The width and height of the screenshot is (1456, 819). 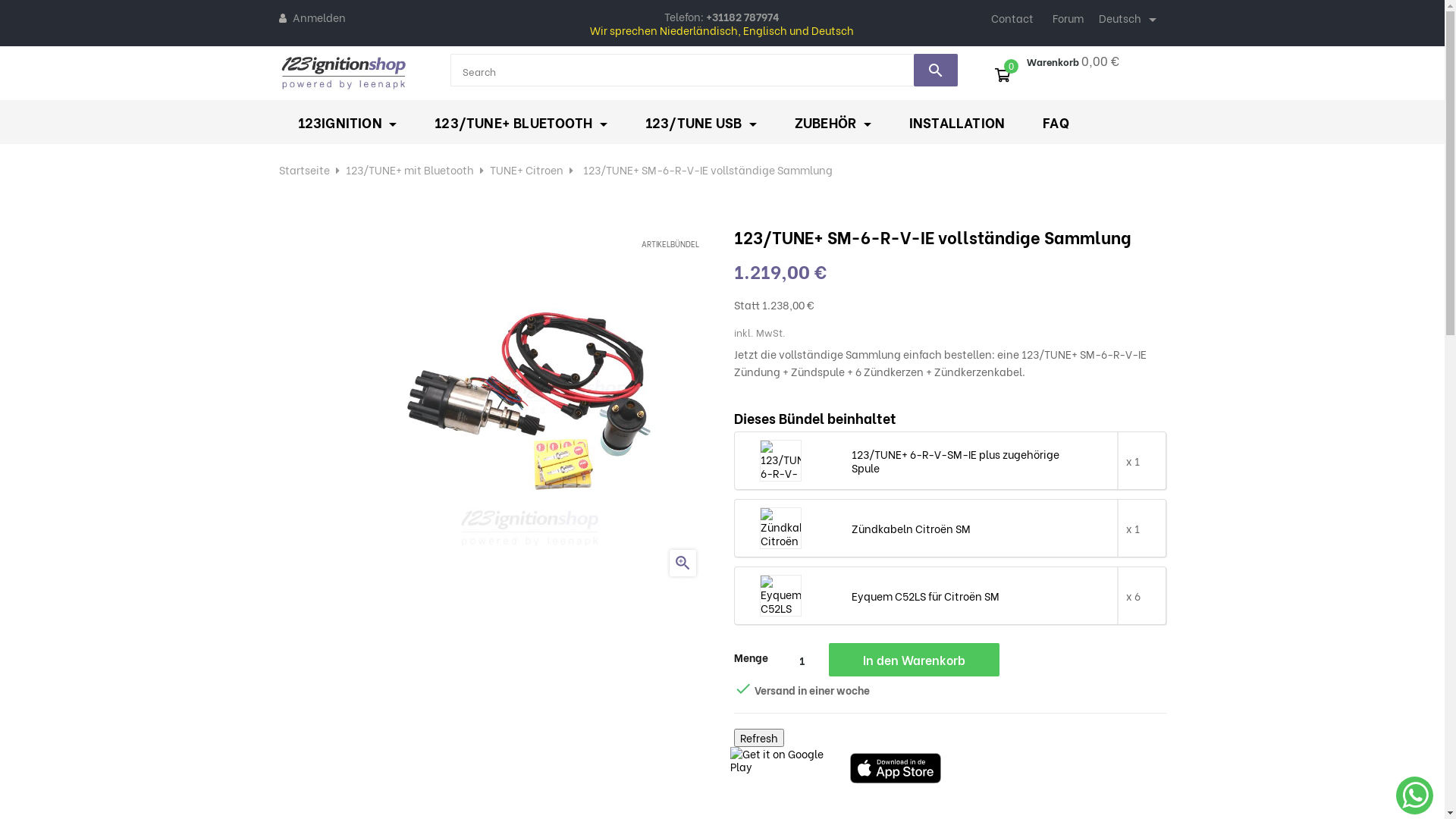 What do you see at coordinates (912, 659) in the screenshot?
I see `'In den Warenkorb'` at bounding box center [912, 659].